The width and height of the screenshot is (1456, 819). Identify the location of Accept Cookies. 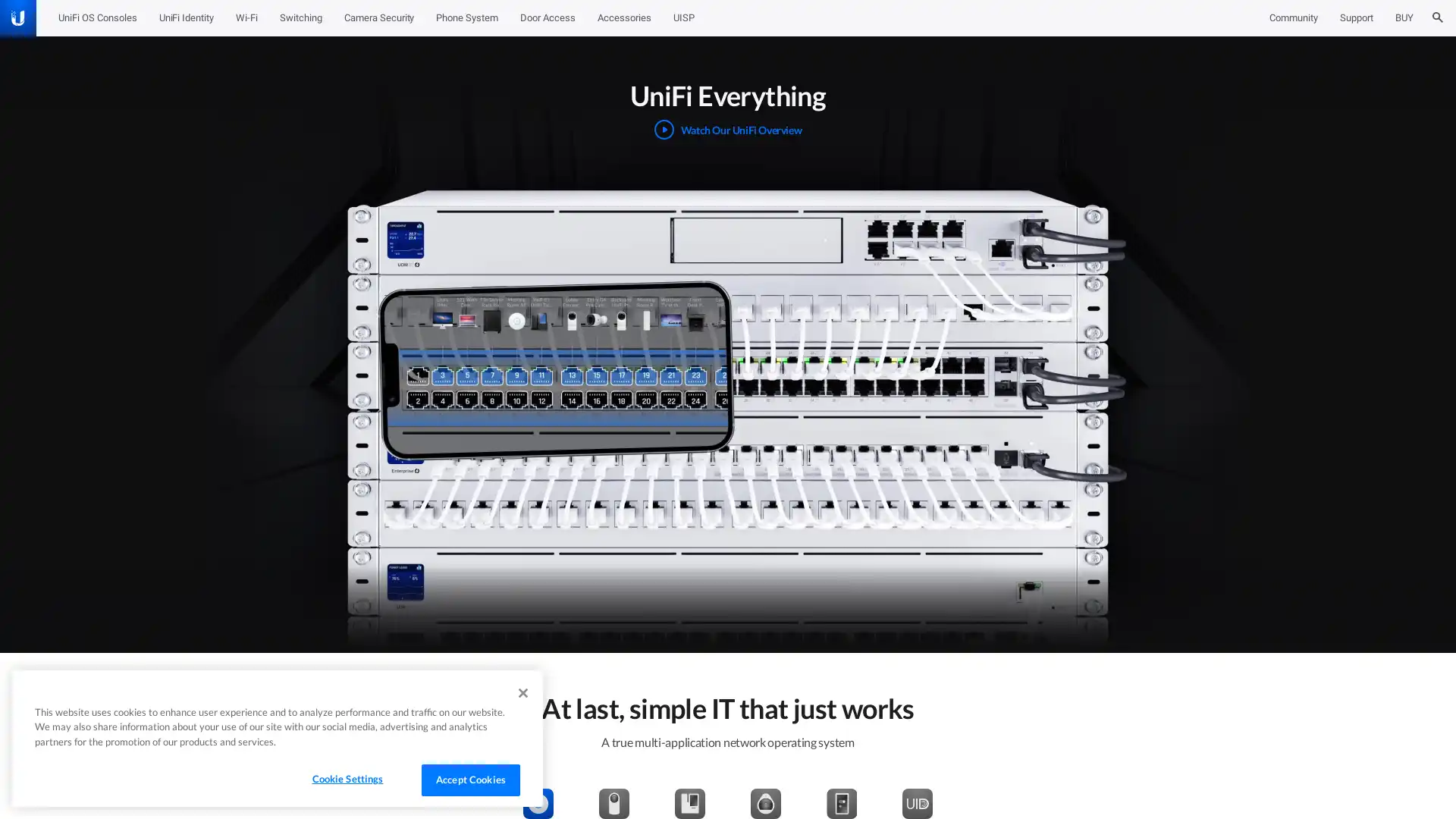
(469, 784).